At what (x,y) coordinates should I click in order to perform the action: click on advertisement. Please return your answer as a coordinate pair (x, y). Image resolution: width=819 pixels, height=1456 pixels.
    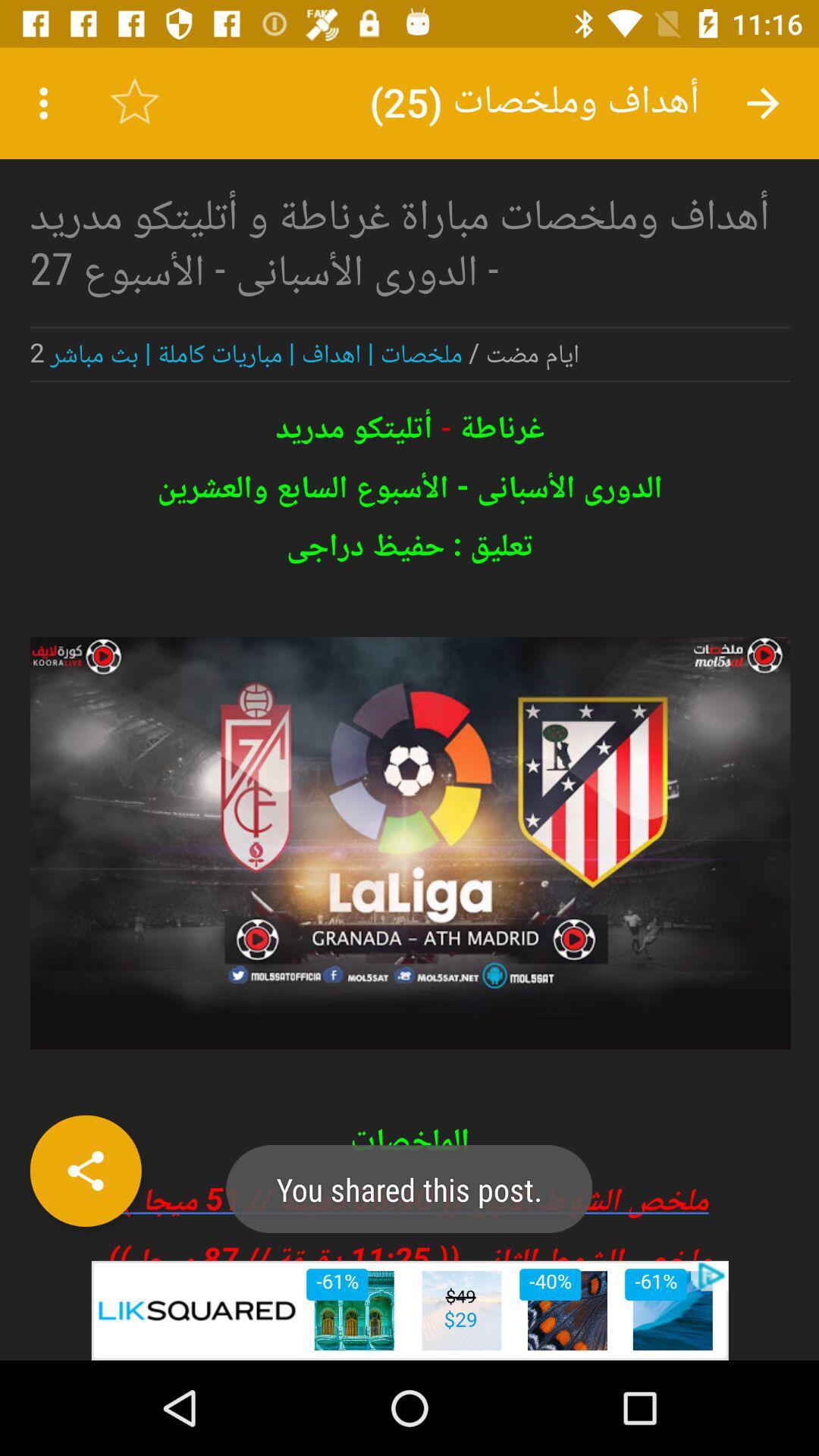
    Looking at the image, I should click on (409, 1310).